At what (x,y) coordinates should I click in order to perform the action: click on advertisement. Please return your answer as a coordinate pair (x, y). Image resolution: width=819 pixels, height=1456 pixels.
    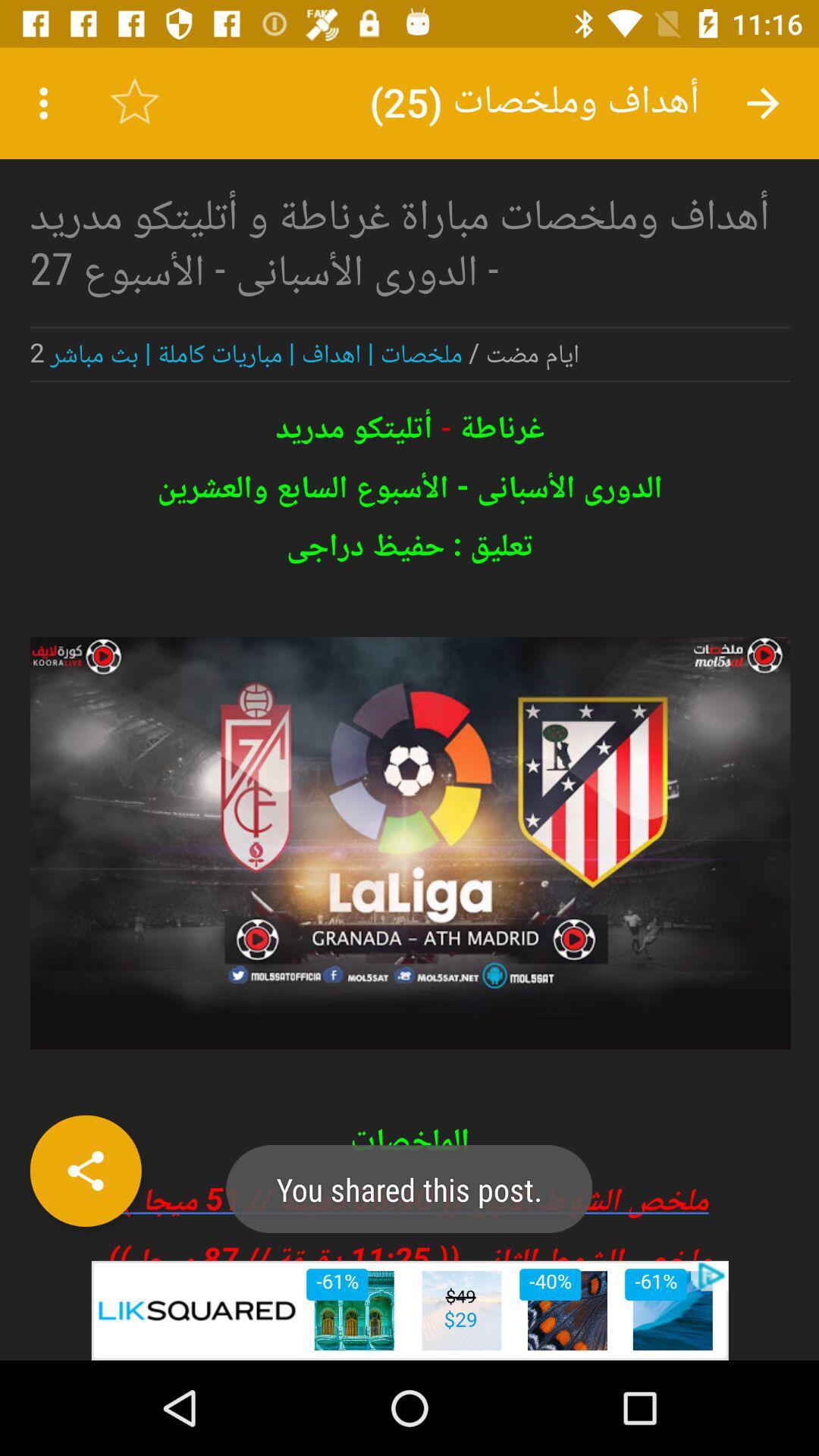
    Looking at the image, I should click on (409, 1310).